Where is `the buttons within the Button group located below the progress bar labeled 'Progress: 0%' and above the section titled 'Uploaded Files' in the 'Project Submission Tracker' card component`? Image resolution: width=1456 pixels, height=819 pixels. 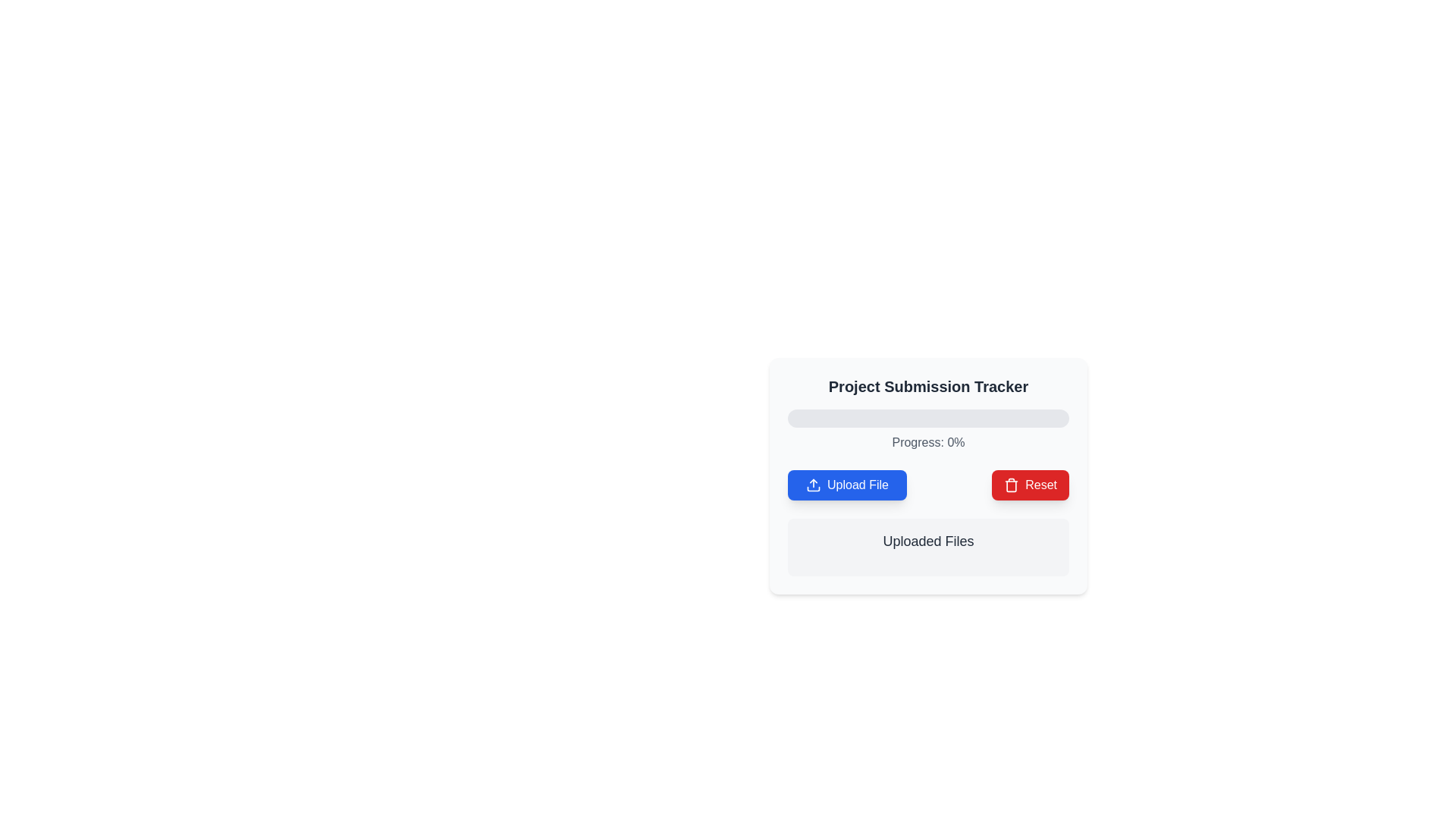
the buttons within the Button group located below the progress bar labeled 'Progress: 0%' and above the section titled 'Uploaded Files' in the 'Project Submission Tracker' card component is located at coordinates (927, 485).